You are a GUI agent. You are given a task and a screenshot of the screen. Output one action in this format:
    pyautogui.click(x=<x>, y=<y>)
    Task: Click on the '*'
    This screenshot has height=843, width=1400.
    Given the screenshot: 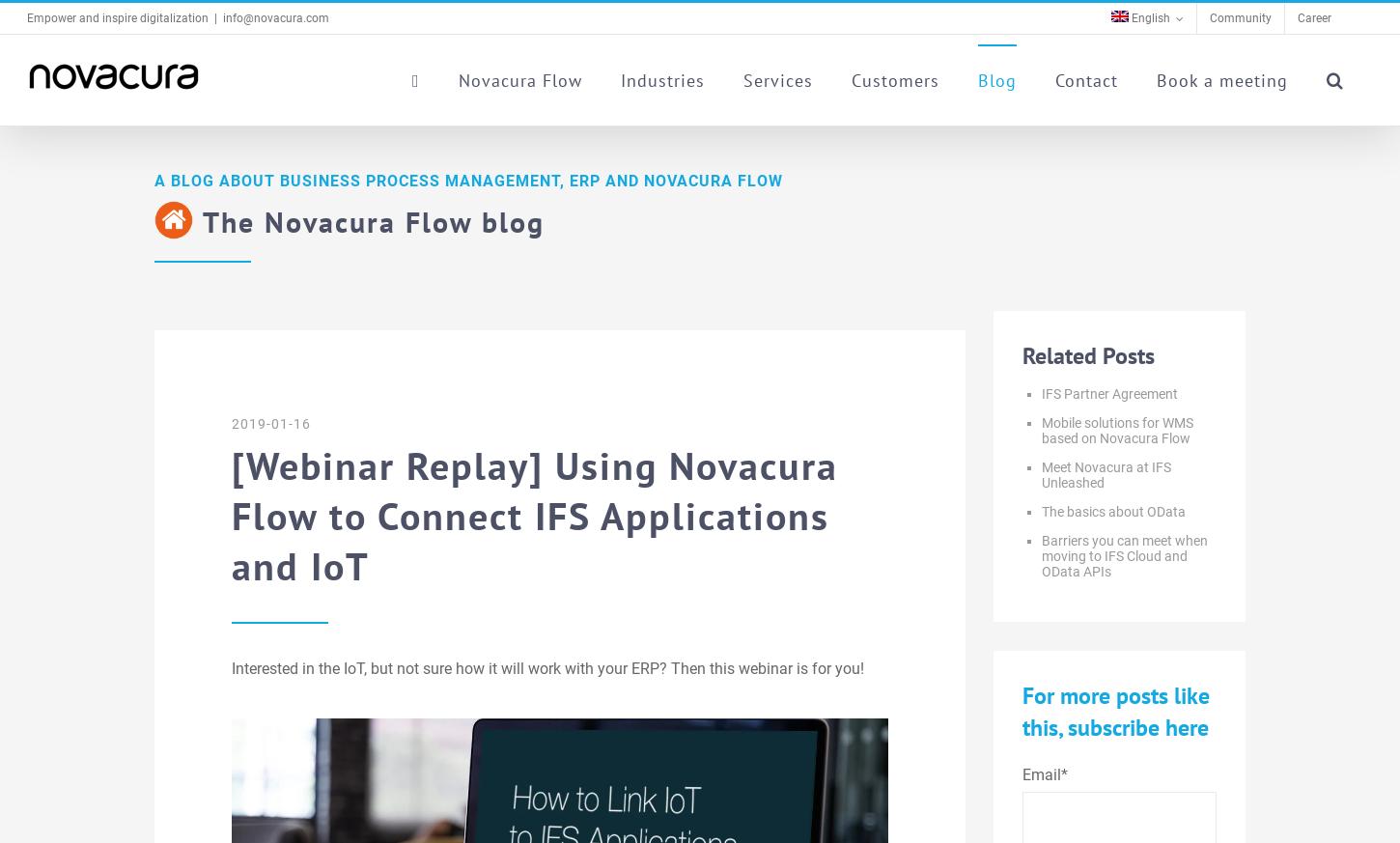 What is the action you would take?
    pyautogui.click(x=1063, y=773)
    